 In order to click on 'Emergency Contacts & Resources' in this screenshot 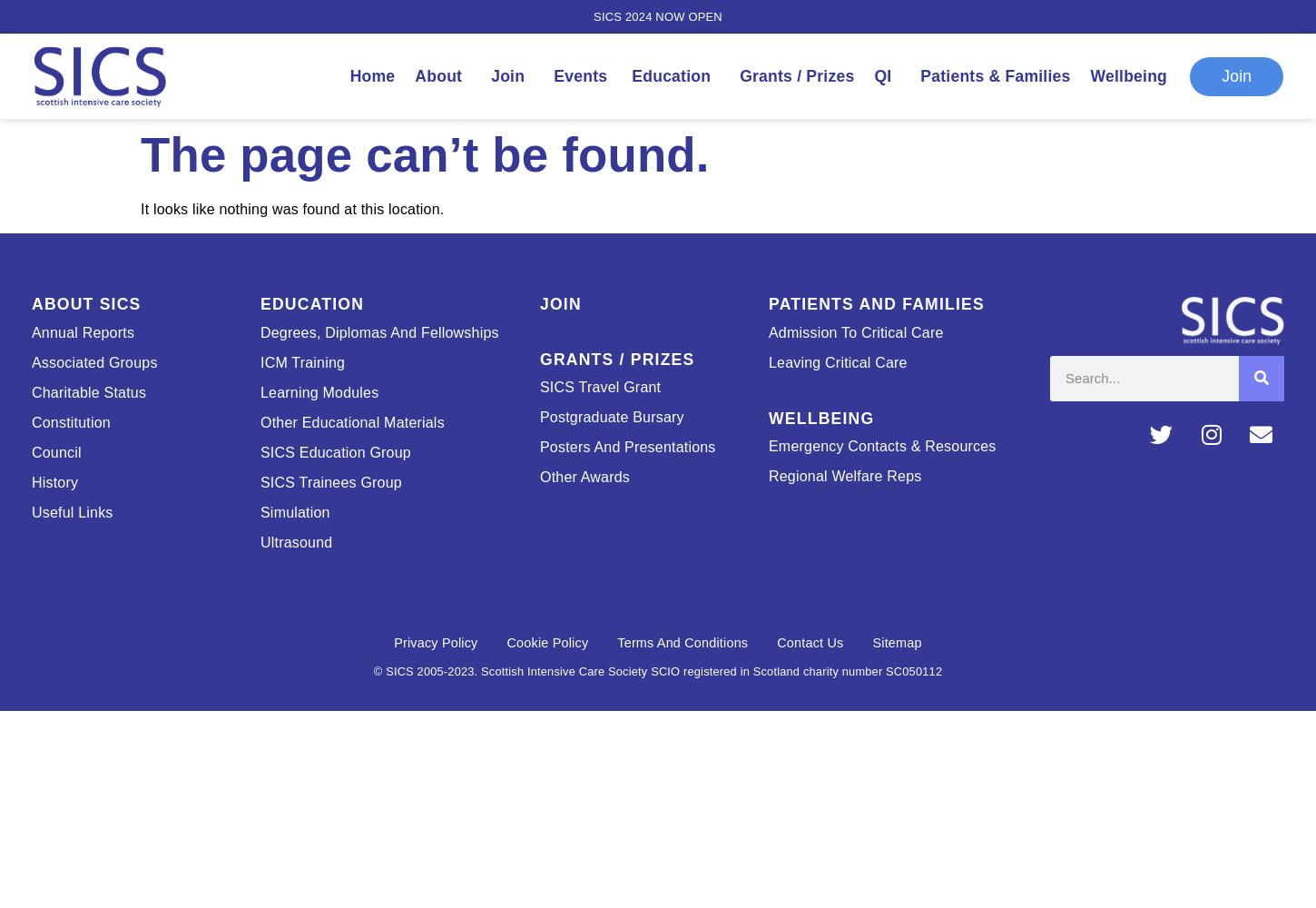, I will do `click(881, 445)`.